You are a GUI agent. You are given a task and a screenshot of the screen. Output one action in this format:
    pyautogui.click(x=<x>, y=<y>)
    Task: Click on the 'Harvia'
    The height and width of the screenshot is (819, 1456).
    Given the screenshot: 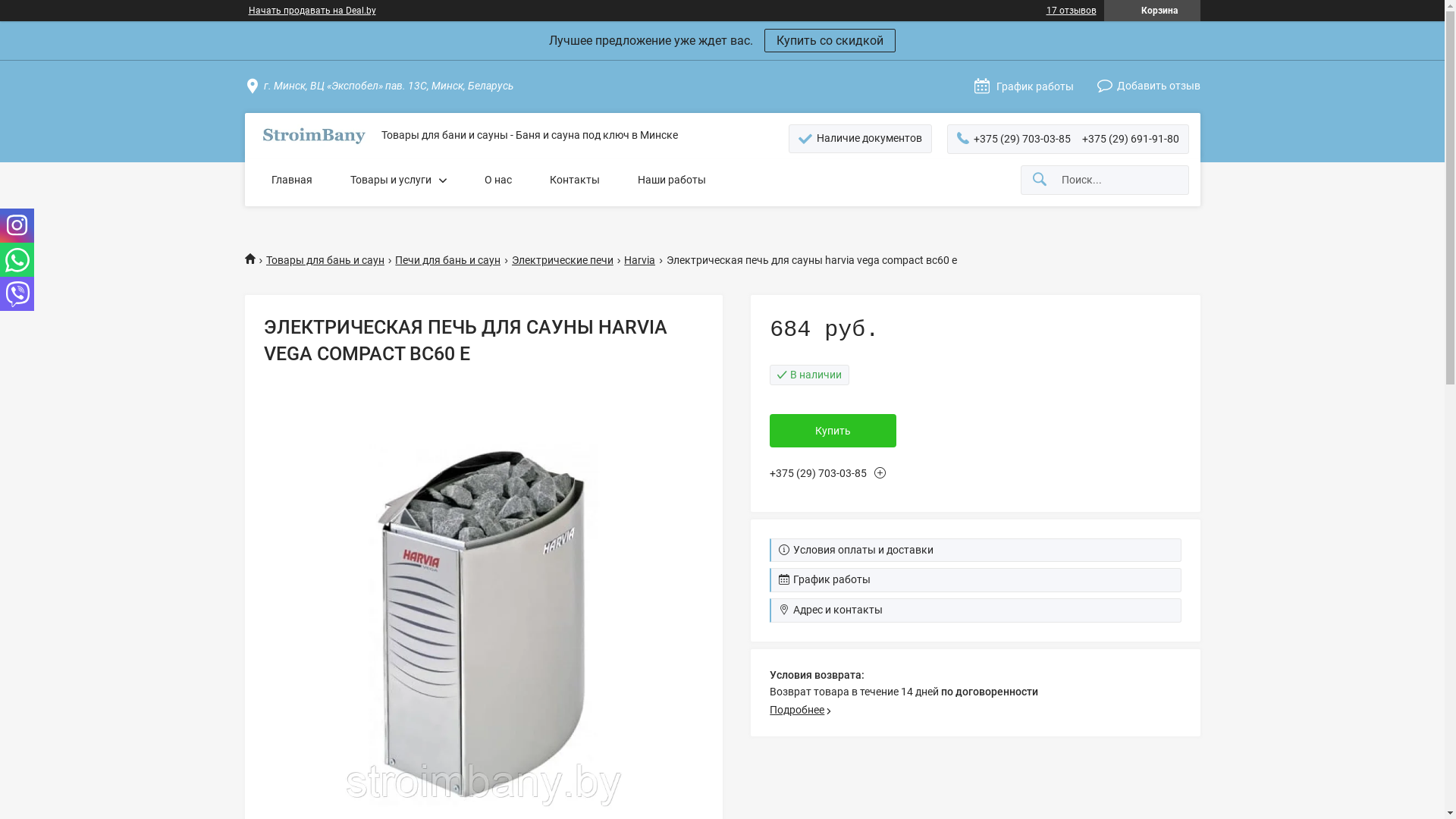 What is the action you would take?
    pyautogui.click(x=623, y=259)
    